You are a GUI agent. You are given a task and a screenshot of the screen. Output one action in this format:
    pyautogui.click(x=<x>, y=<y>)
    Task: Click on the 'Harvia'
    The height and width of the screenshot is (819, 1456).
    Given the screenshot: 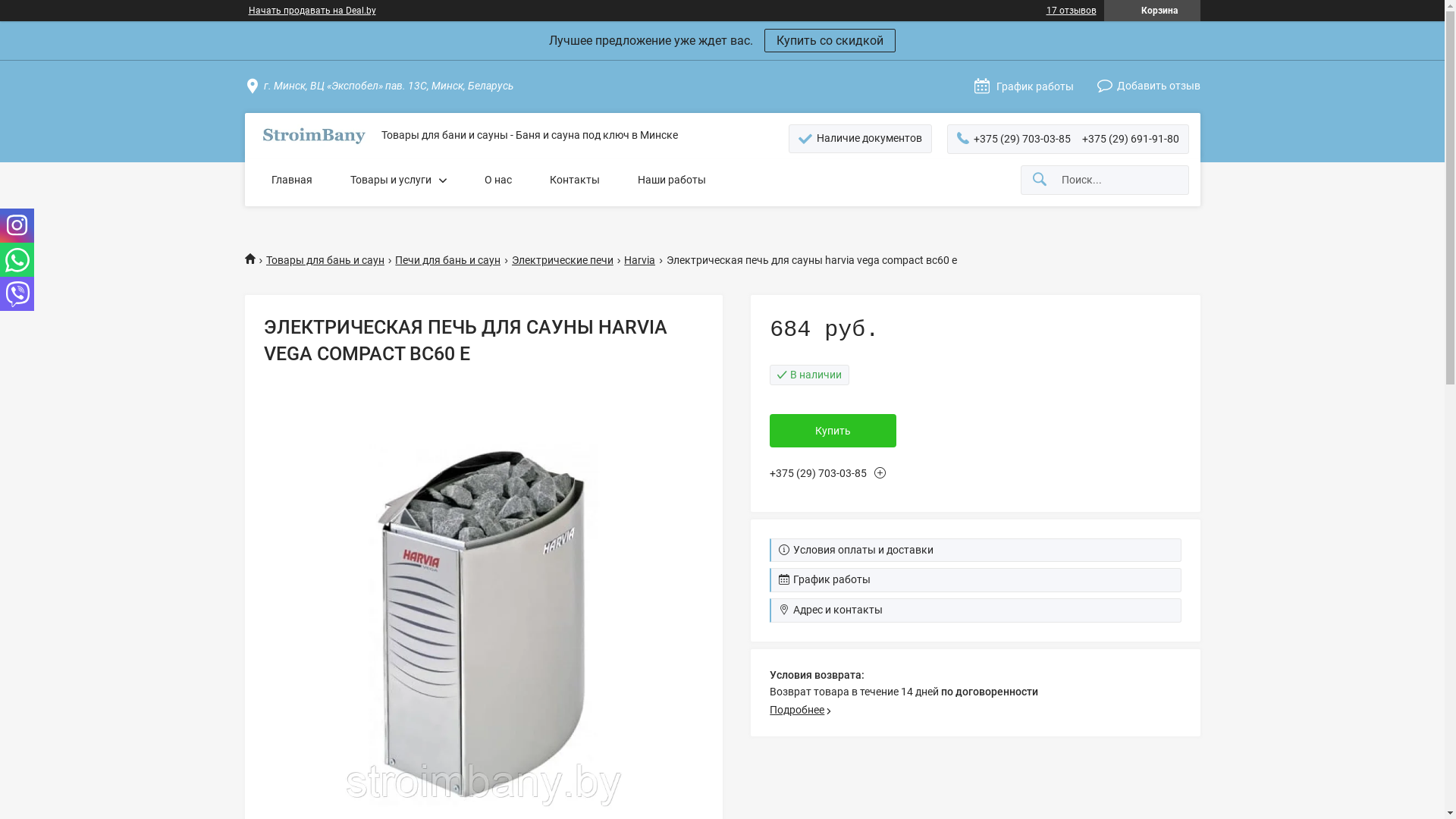 What is the action you would take?
    pyautogui.click(x=623, y=259)
    